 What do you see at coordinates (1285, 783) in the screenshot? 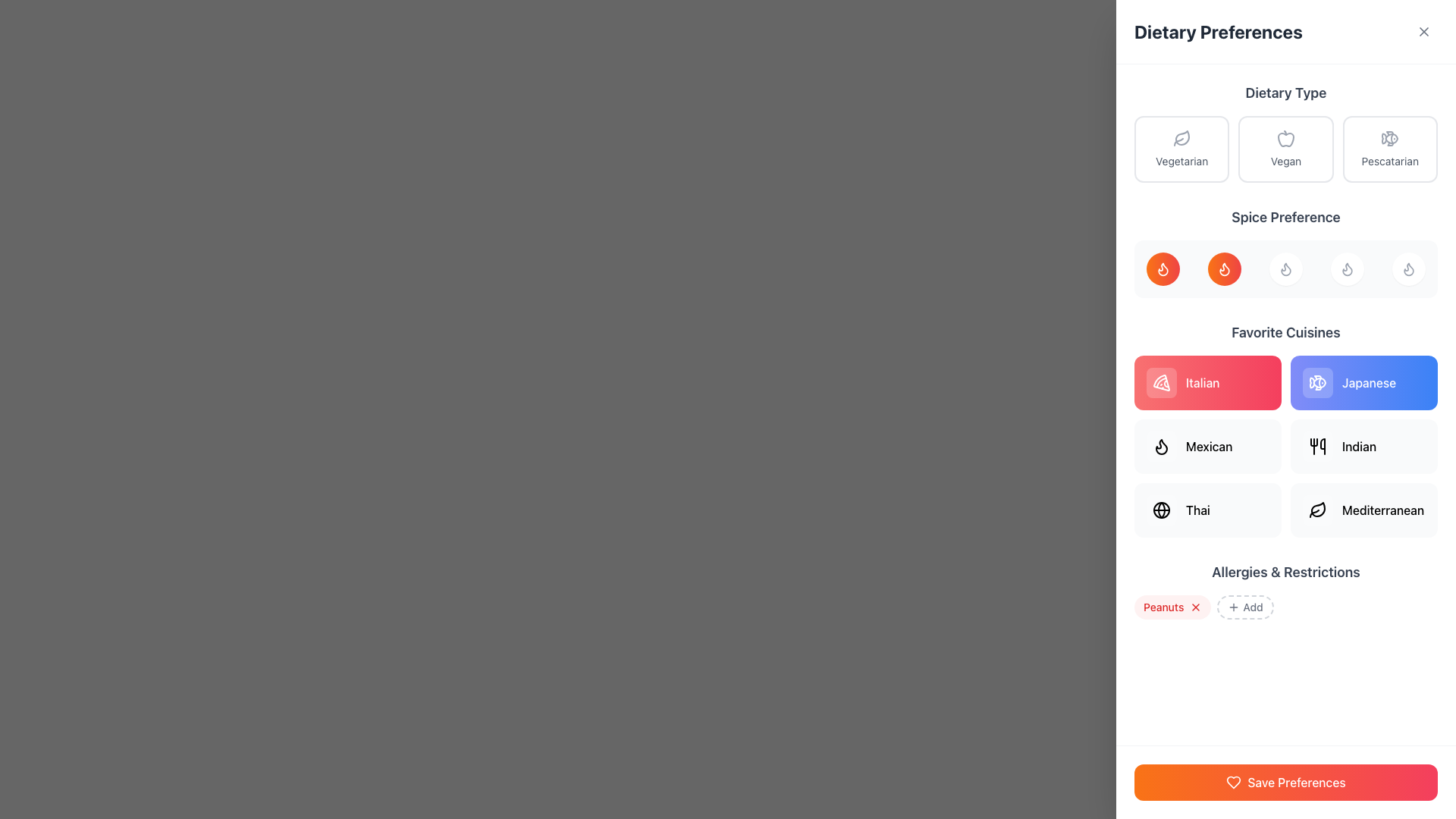
I see `the 'Save Preferences' button with a gradient background and a heart icon` at bounding box center [1285, 783].